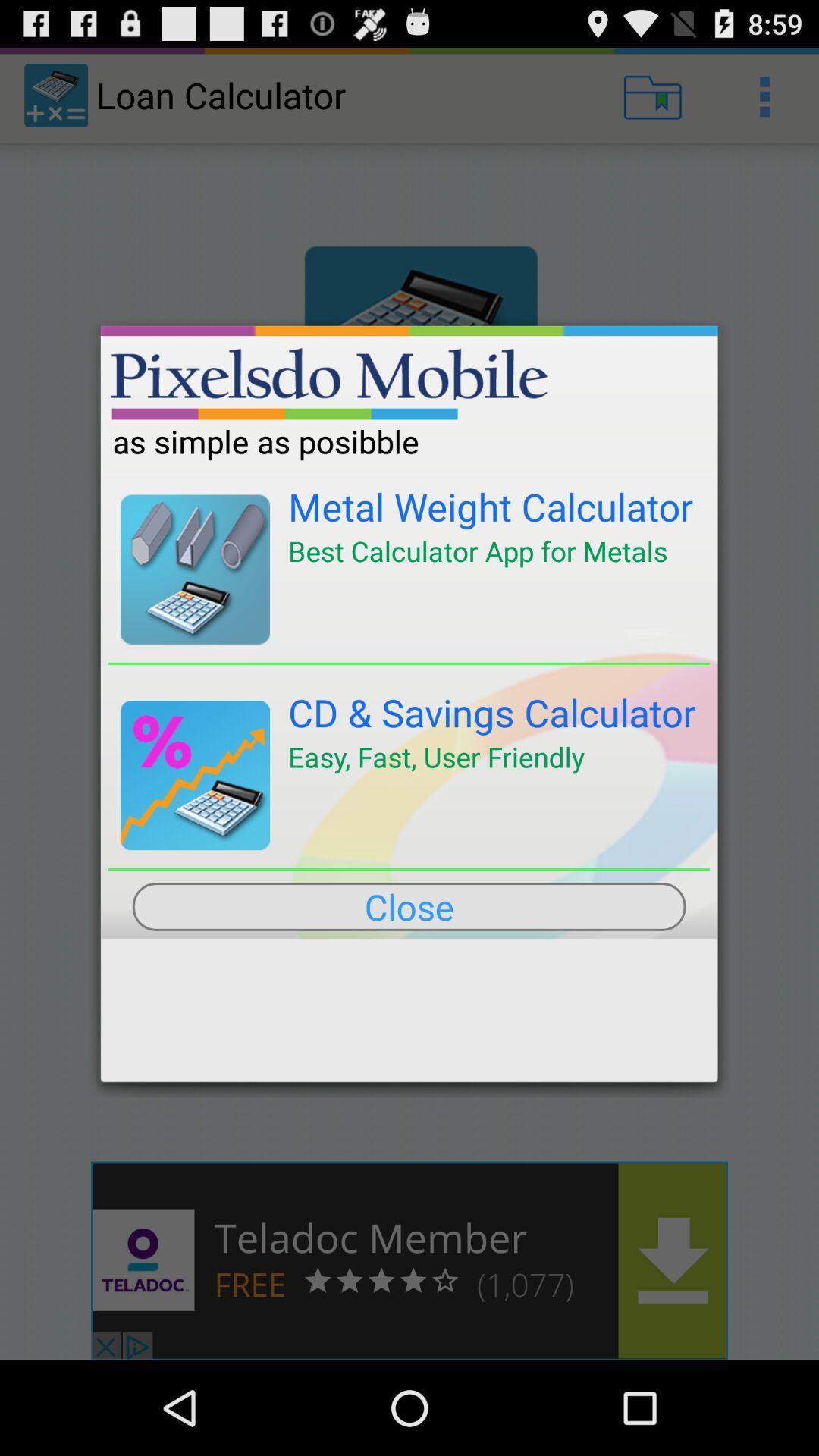  Describe the element at coordinates (408, 664) in the screenshot. I see `the item above the cd & savings calculator` at that location.